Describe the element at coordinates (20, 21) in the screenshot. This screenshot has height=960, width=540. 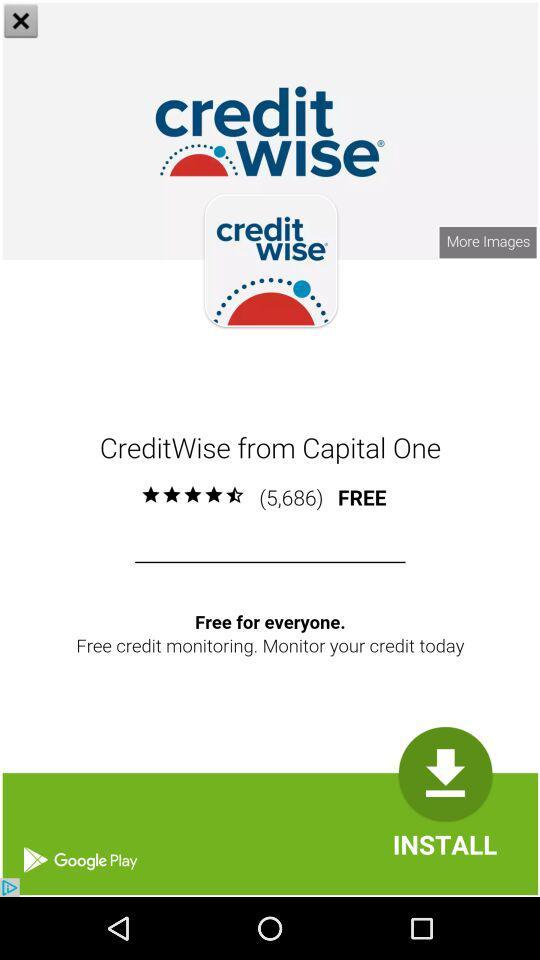
I see `the close icon` at that location.